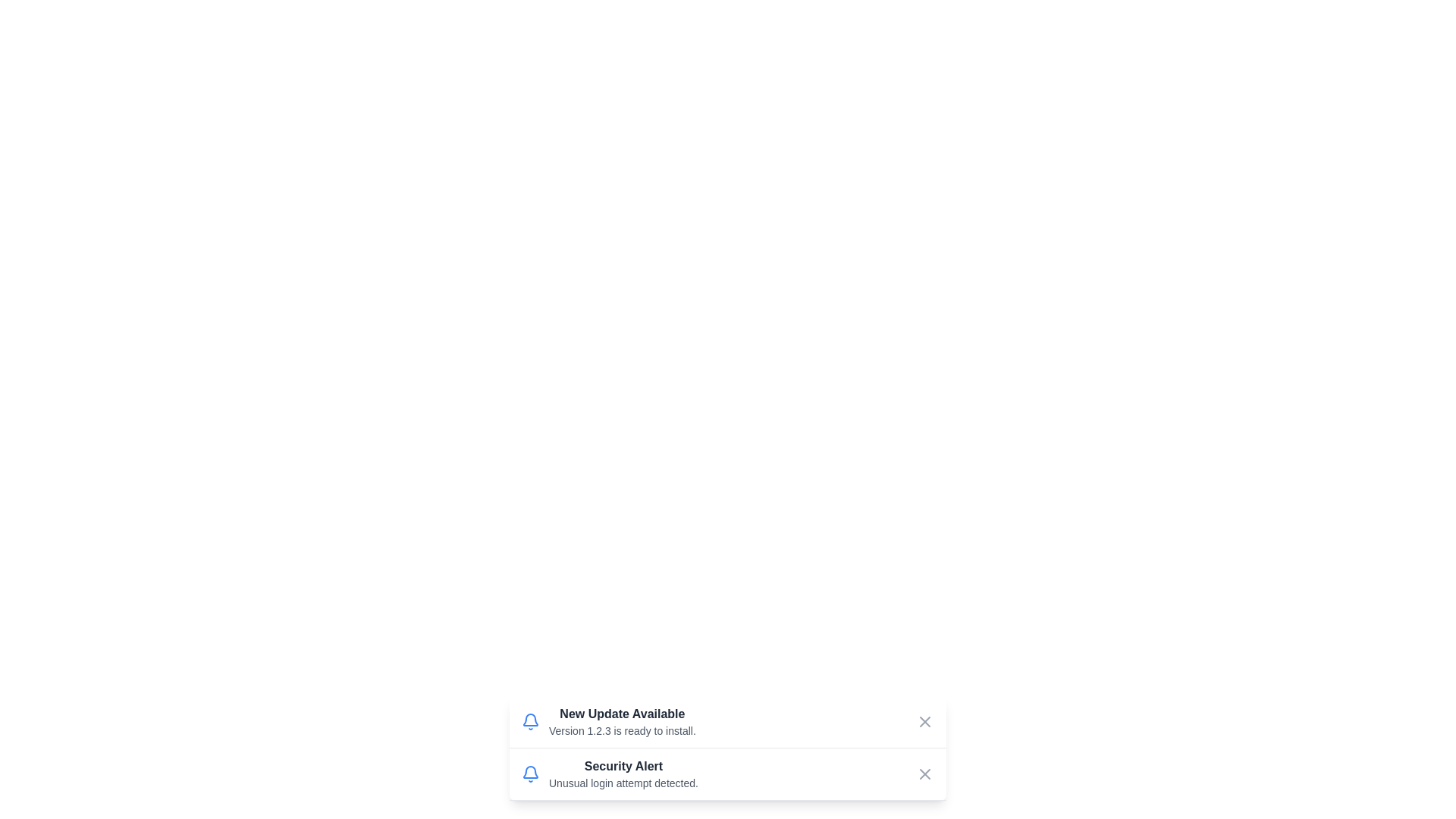 Image resolution: width=1456 pixels, height=819 pixels. I want to click on close button for the notification titled 'New Update Available', so click(924, 721).